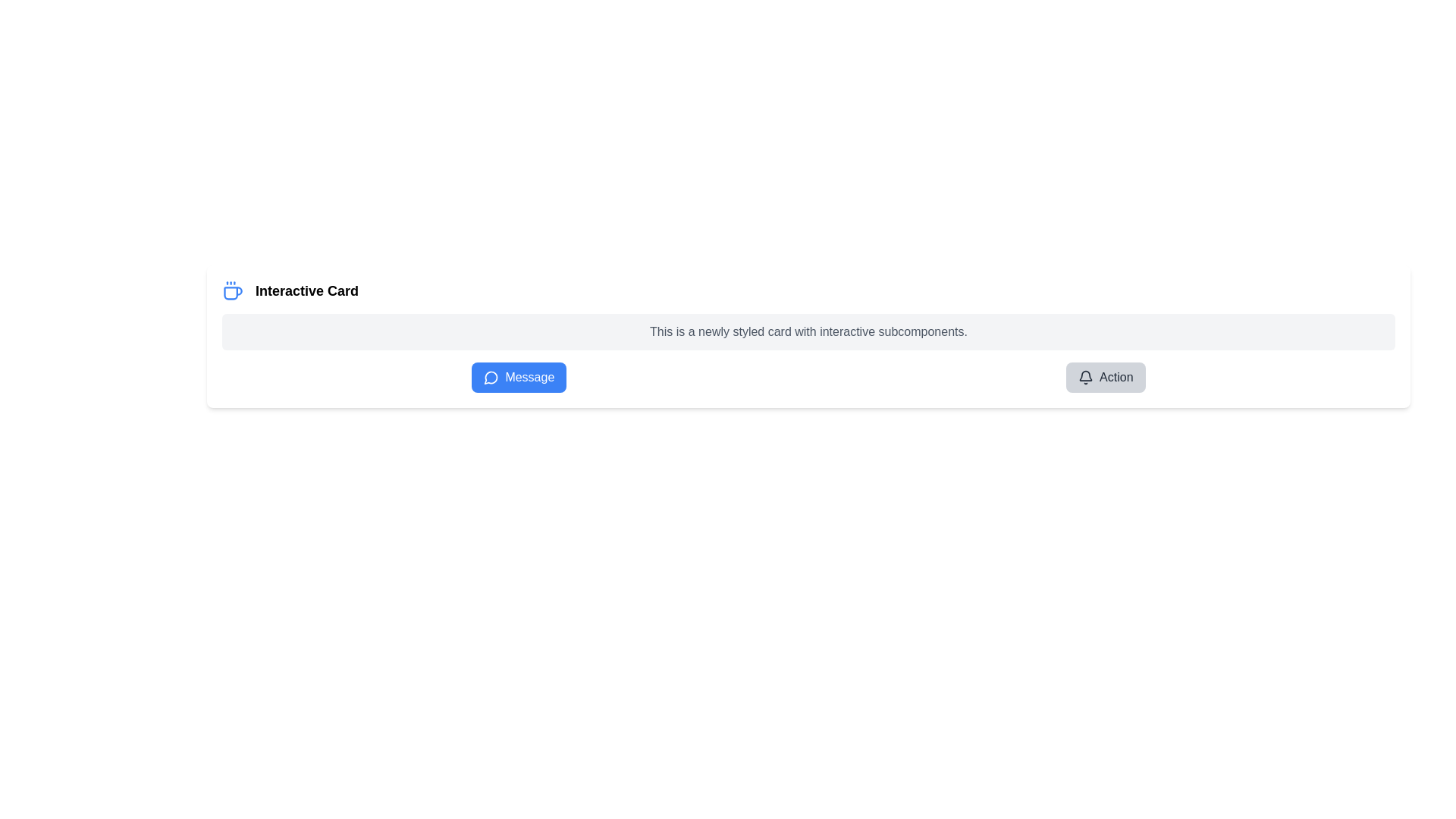  Describe the element at coordinates (519, 376) in the screenshot. I see `the button with rounded corners, blue background, and white text reading 'Message'` at that location.